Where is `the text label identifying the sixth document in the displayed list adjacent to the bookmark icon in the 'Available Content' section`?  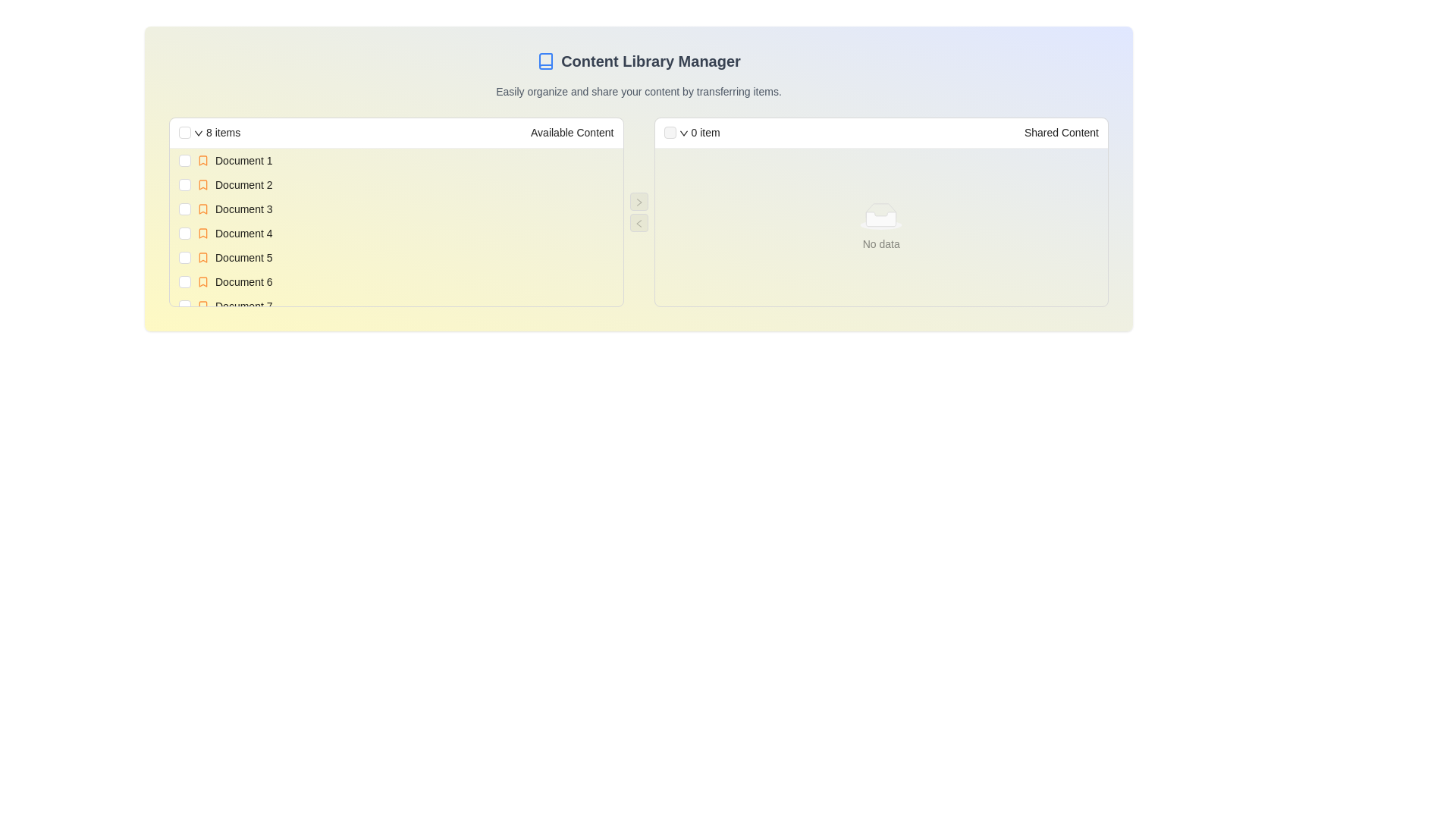
the text label identifying the sixth document in the displayed list adjacent to the bookmark icon in the 'Available Content' section is located at coordinates (243, 281).